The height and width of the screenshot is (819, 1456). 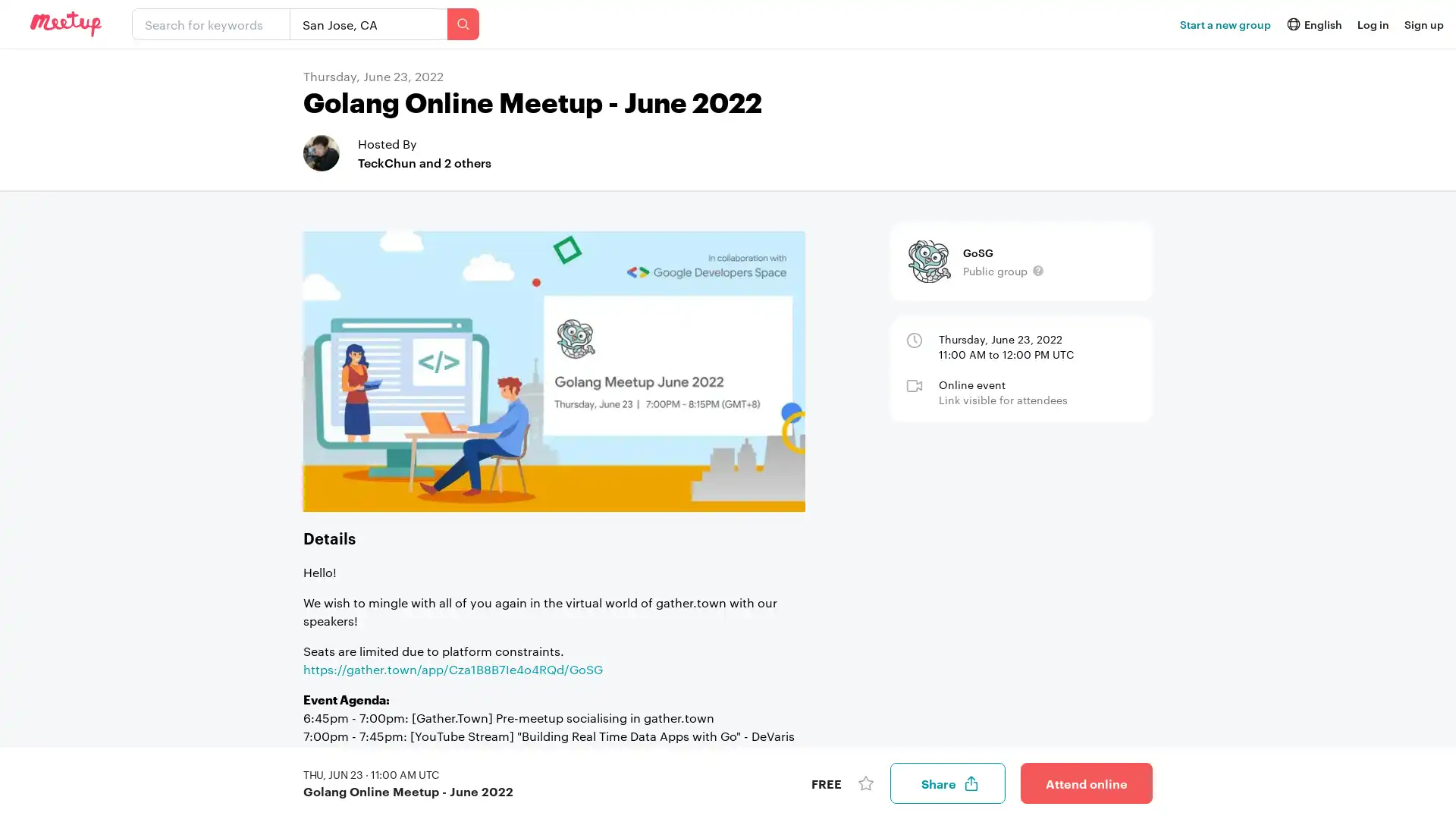 I want to click on Search events, so click(x=462, y=24).